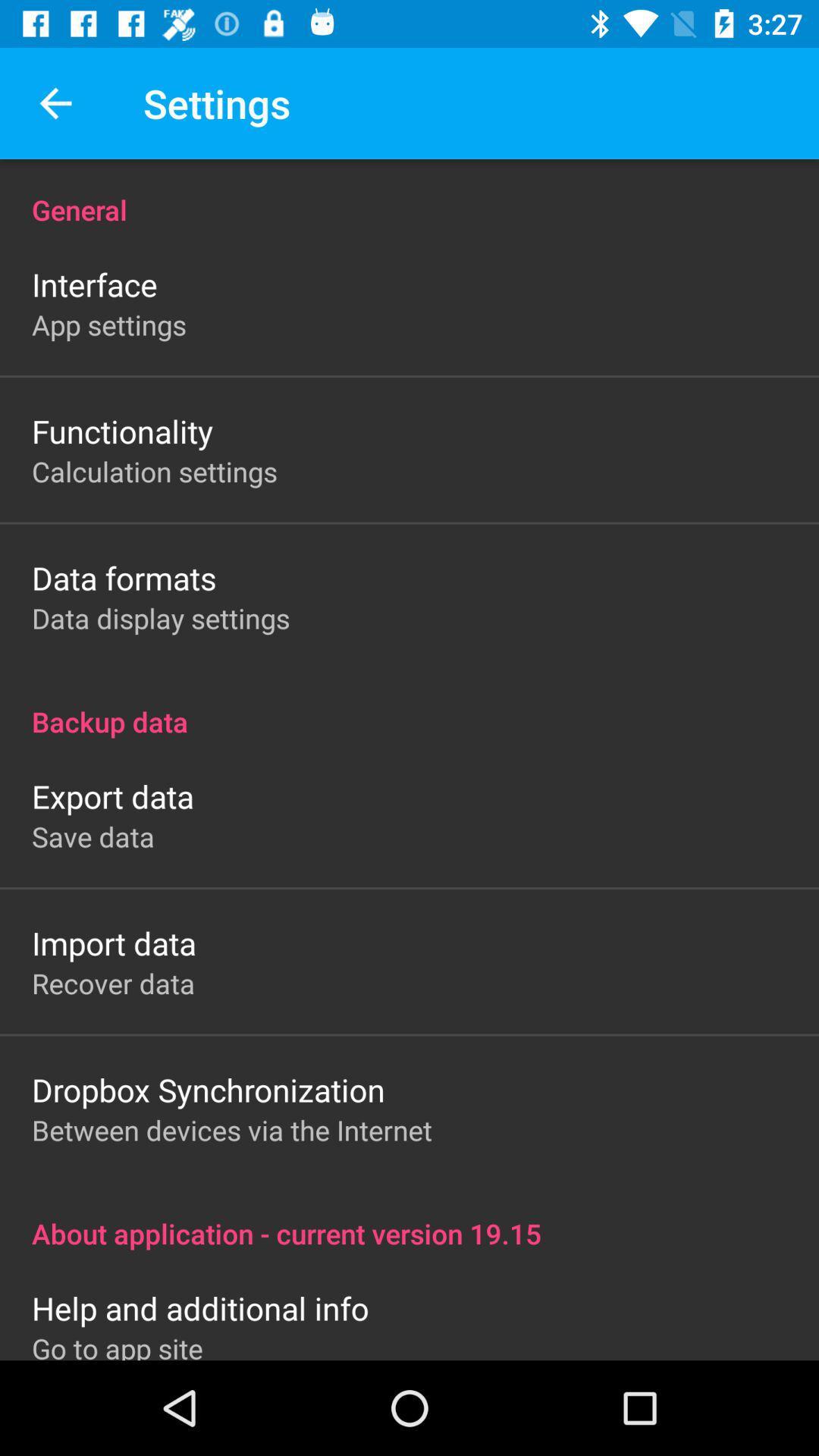  I want to click on the icon below calculation settings icon, so click(123, 577).